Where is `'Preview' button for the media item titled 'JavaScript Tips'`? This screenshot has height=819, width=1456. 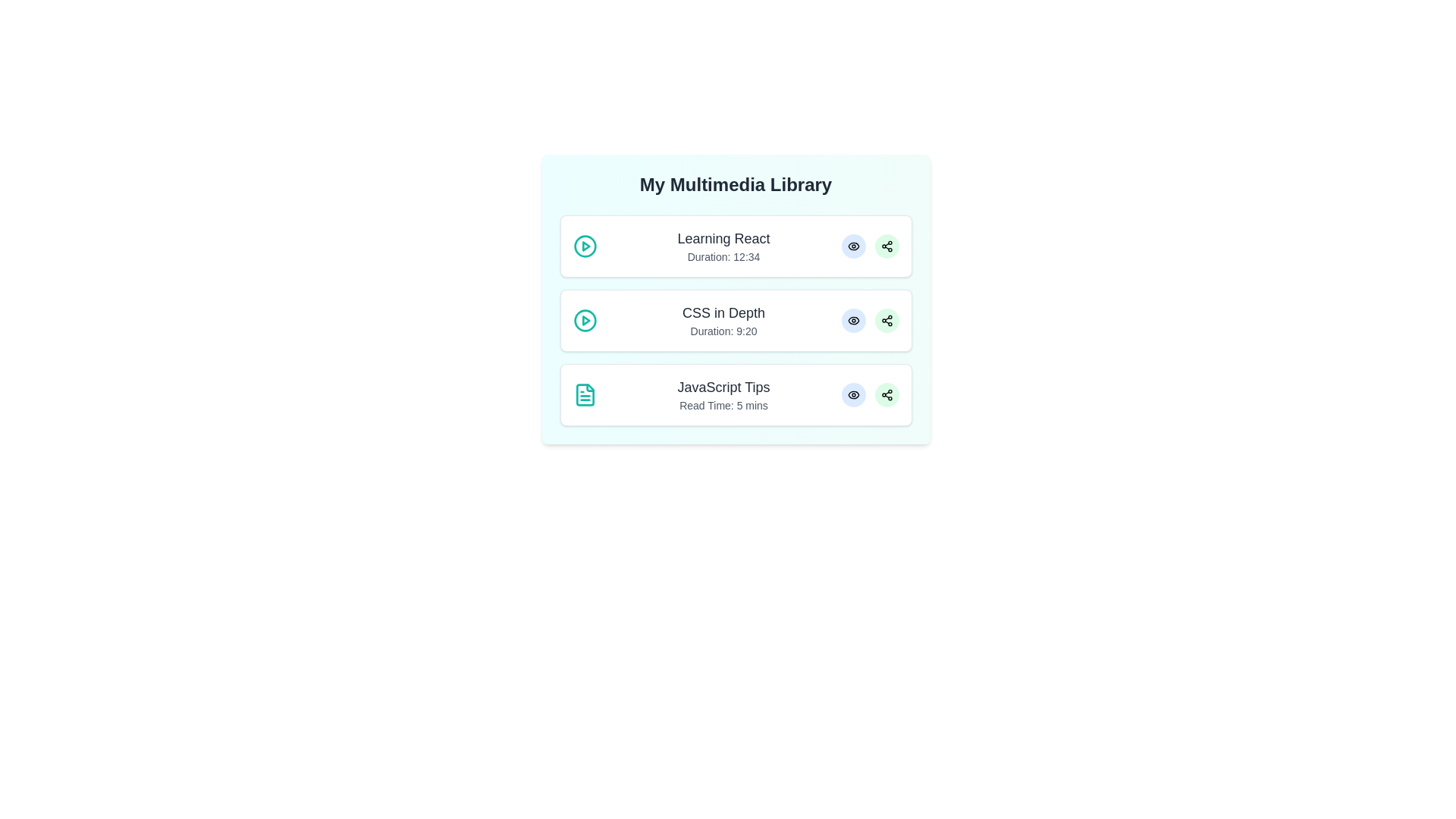
'Preview' button for the media item titled 'JavaScript Tips' is located at coordinates (853, 394).